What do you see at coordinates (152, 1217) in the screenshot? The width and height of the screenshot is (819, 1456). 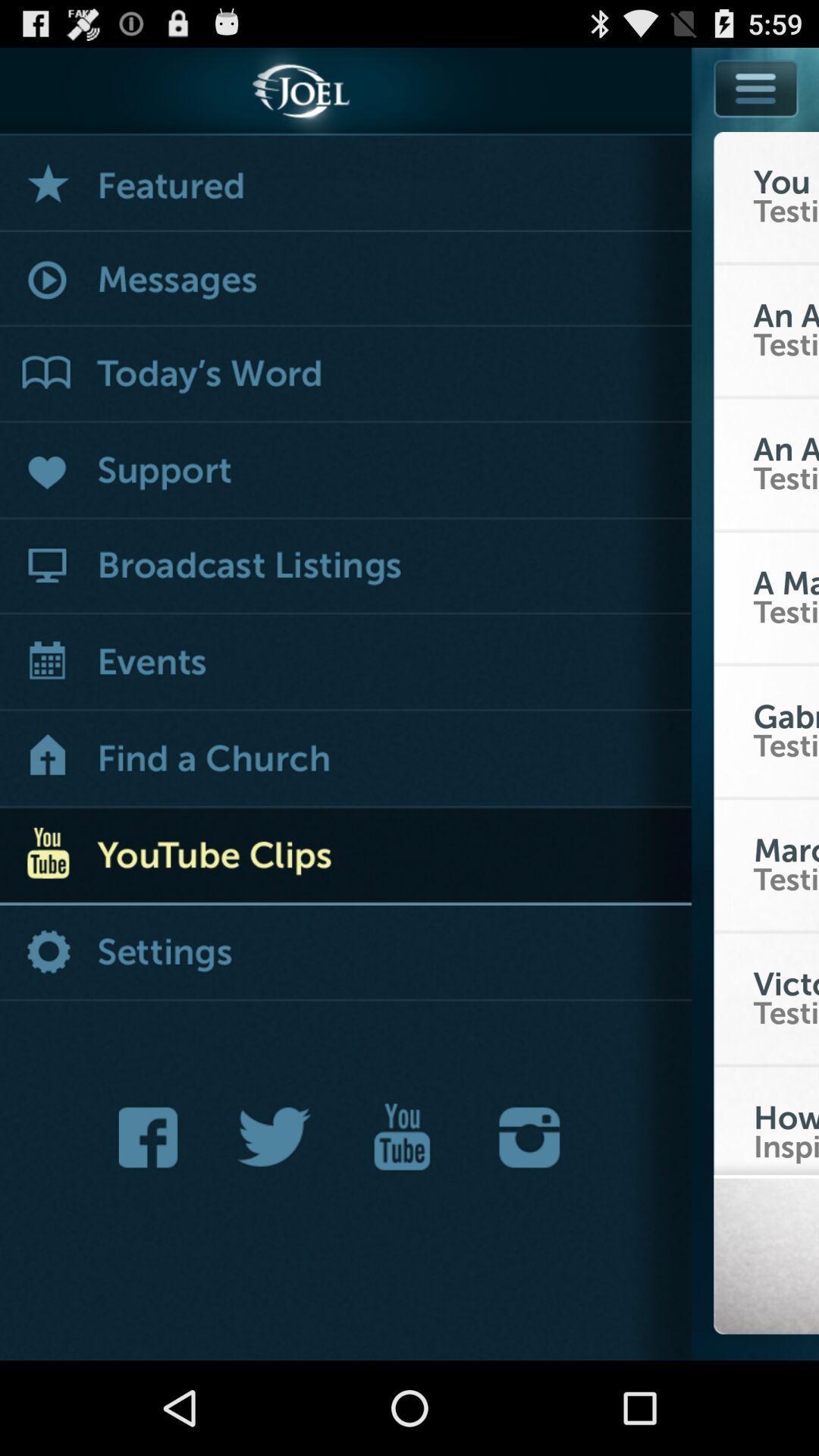 I see `the facebook icon` at bounding box center [152, 1217].